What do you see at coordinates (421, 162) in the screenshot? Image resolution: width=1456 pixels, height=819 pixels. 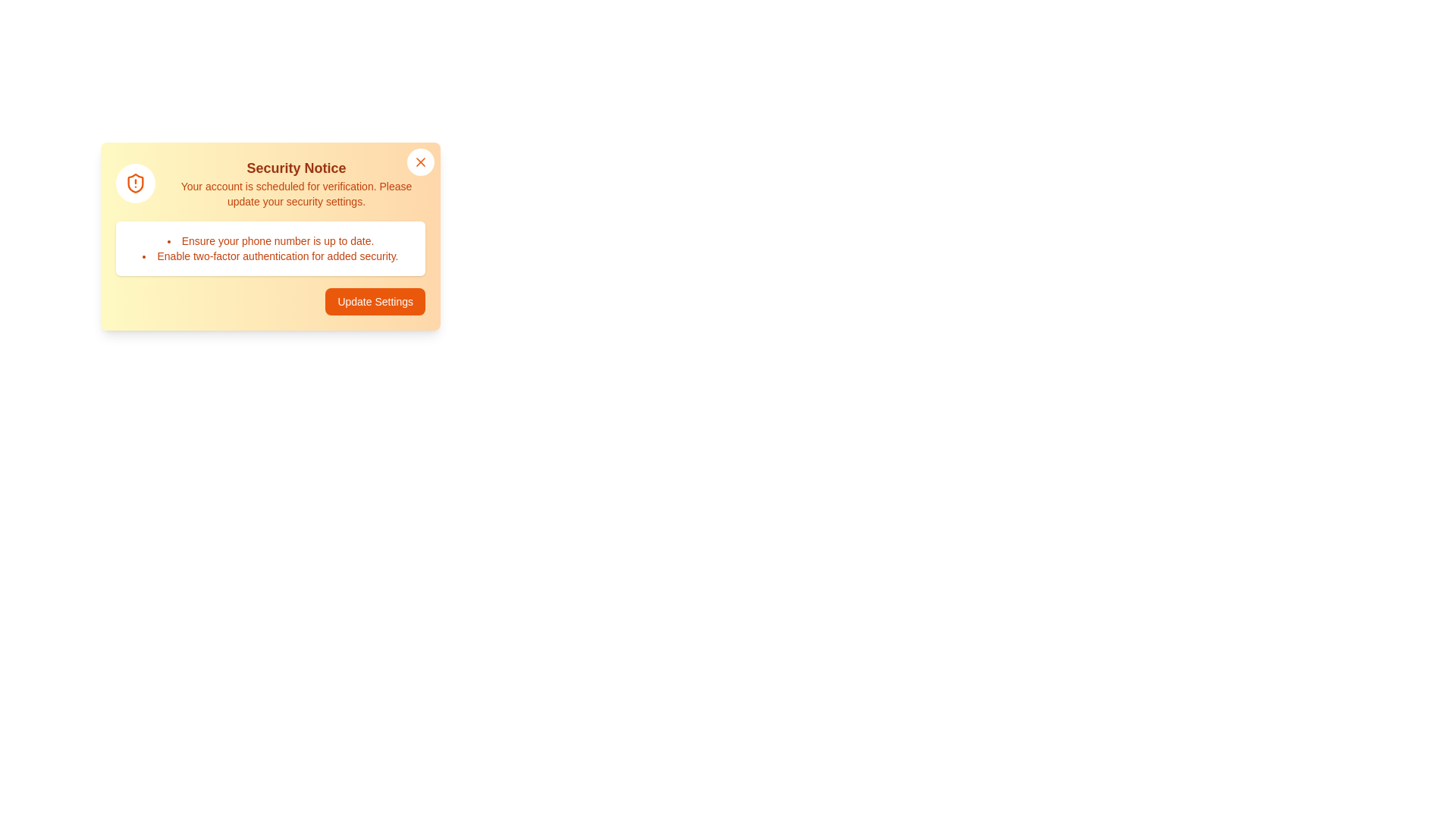 I see `the 'X' button at the top-right corner of the alert to close it` at bounding box center [421, 162].